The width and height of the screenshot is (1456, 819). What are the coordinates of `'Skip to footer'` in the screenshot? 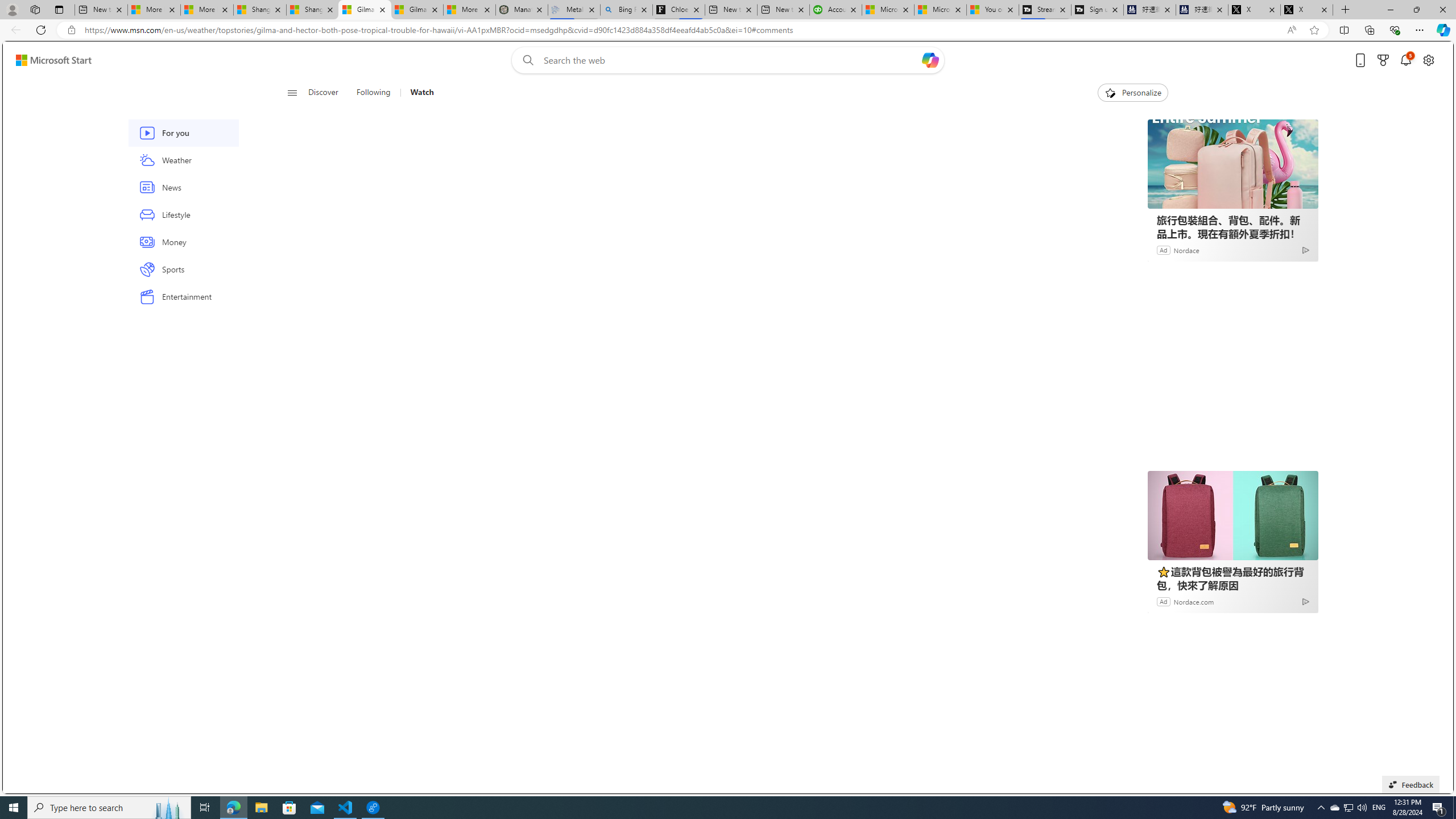 It's located at (46, 59).